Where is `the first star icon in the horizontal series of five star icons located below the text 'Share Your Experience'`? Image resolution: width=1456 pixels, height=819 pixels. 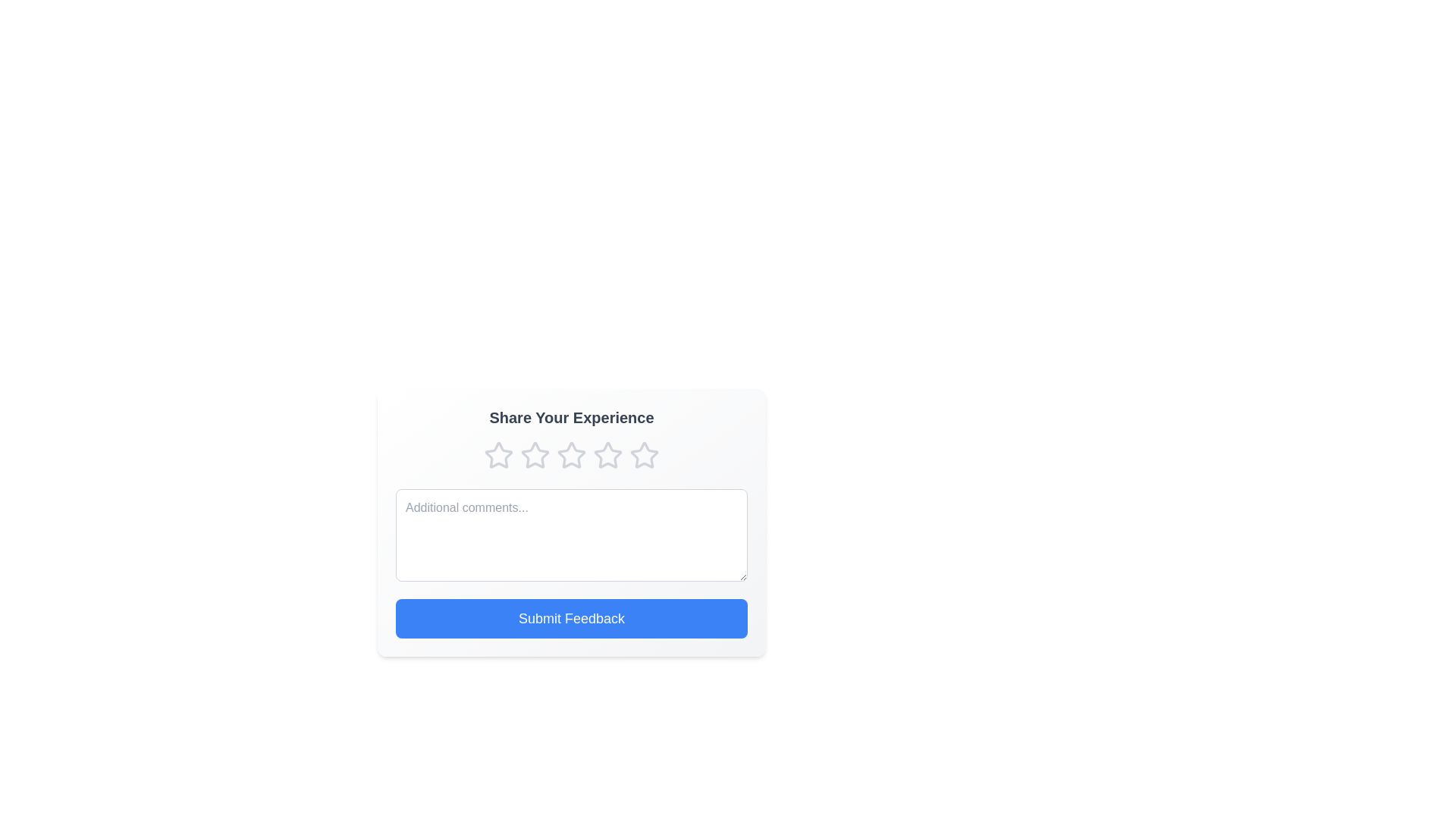
the first star icon in the horizontal series of five star icons located below the text 'Share Your Experience' is located at coordinates (498, 454).